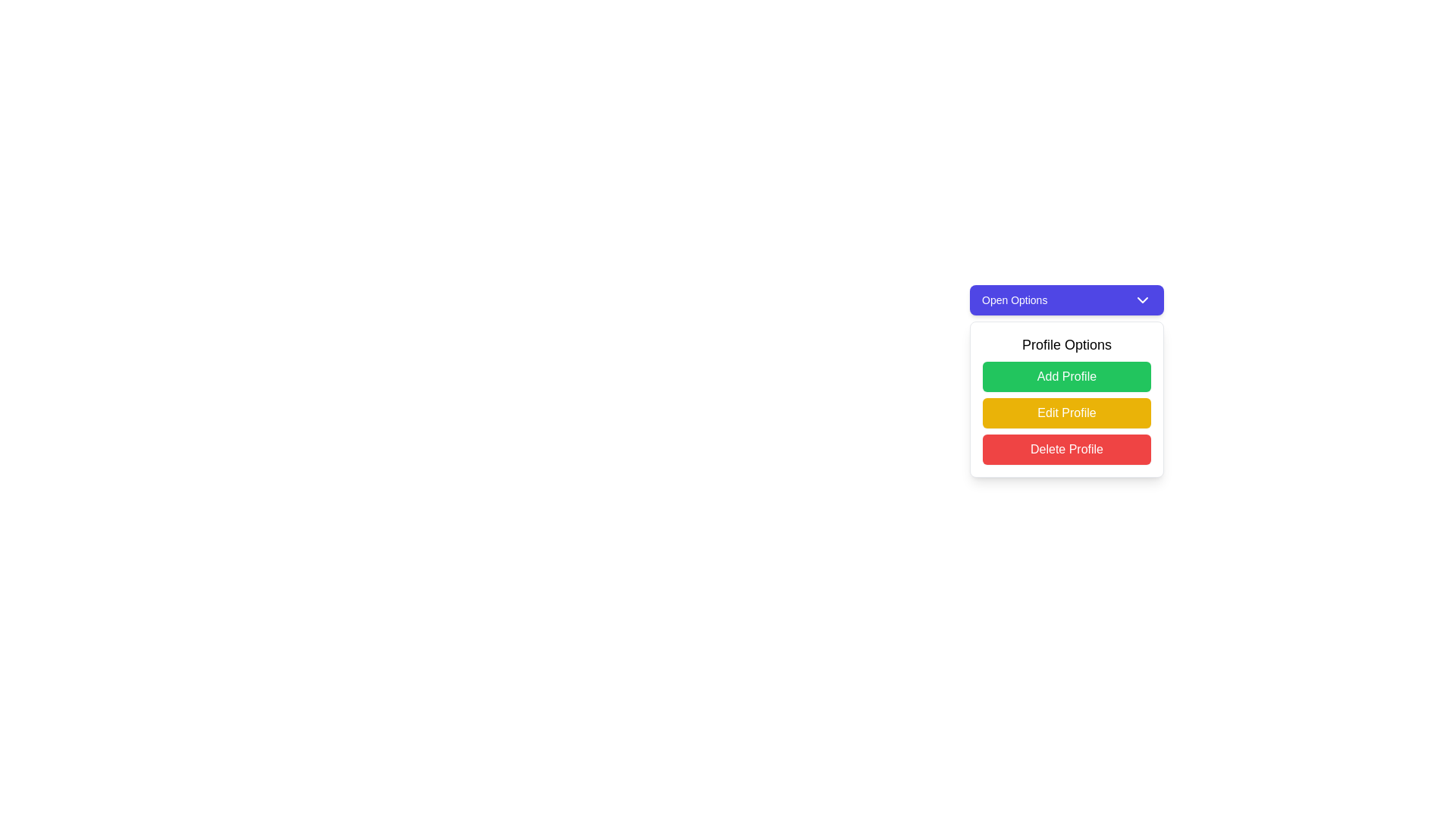 Image resolution: width=1456 pixels, height=819 pixels. Describe the element at coordinates (1065, 399) in the screenshot. I see `the group of buttons related to profile management, which includes options for adding, editing, or deleting user profiles, using keyboard focus` at that location.